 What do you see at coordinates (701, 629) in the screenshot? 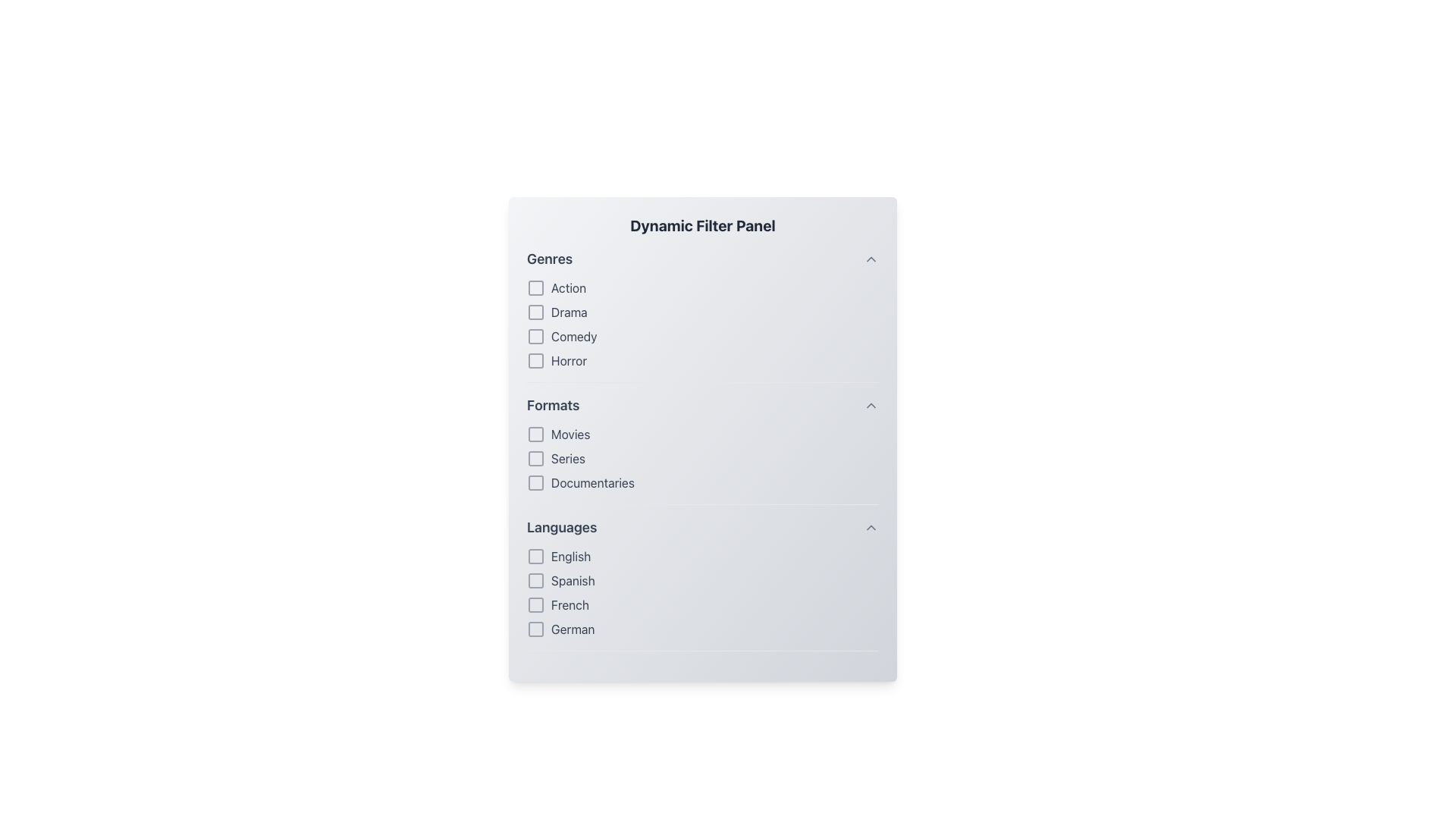
I see `the 'German' checkbox located at the bottom of the 'Languages' section` at bounding box center [701, 629].